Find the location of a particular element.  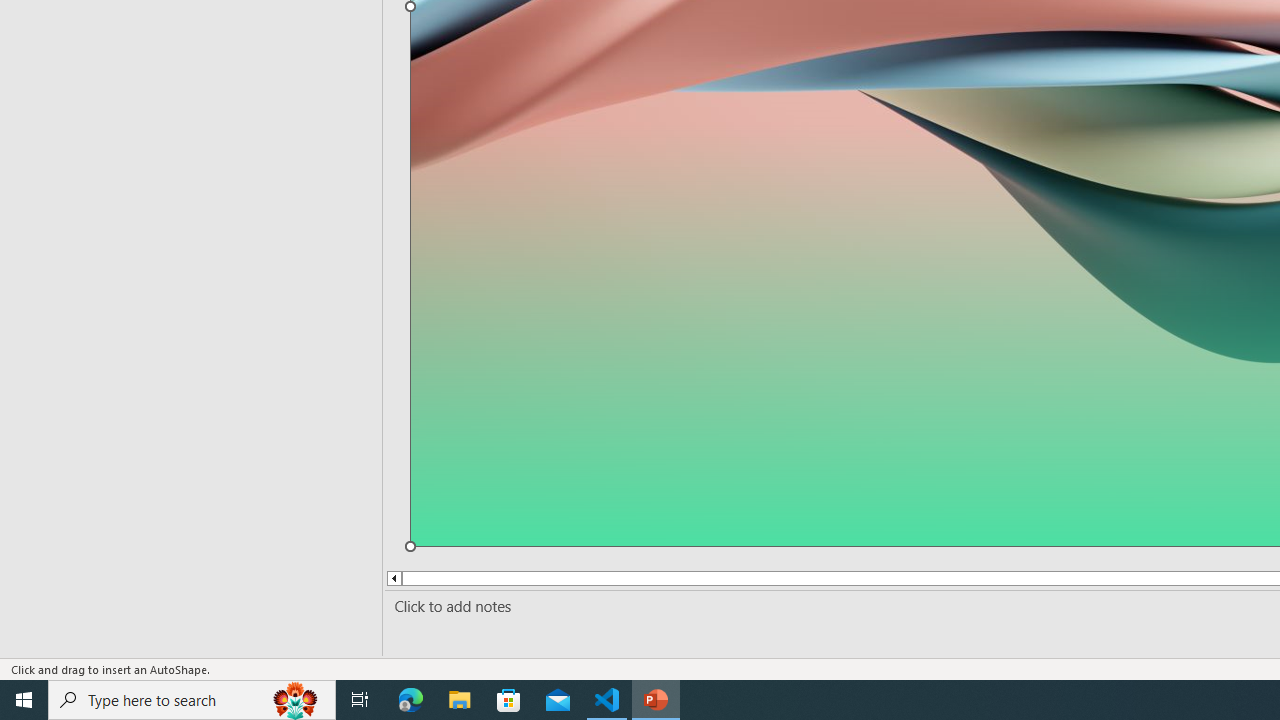

'Line up' is located at coordinates (393, 578).